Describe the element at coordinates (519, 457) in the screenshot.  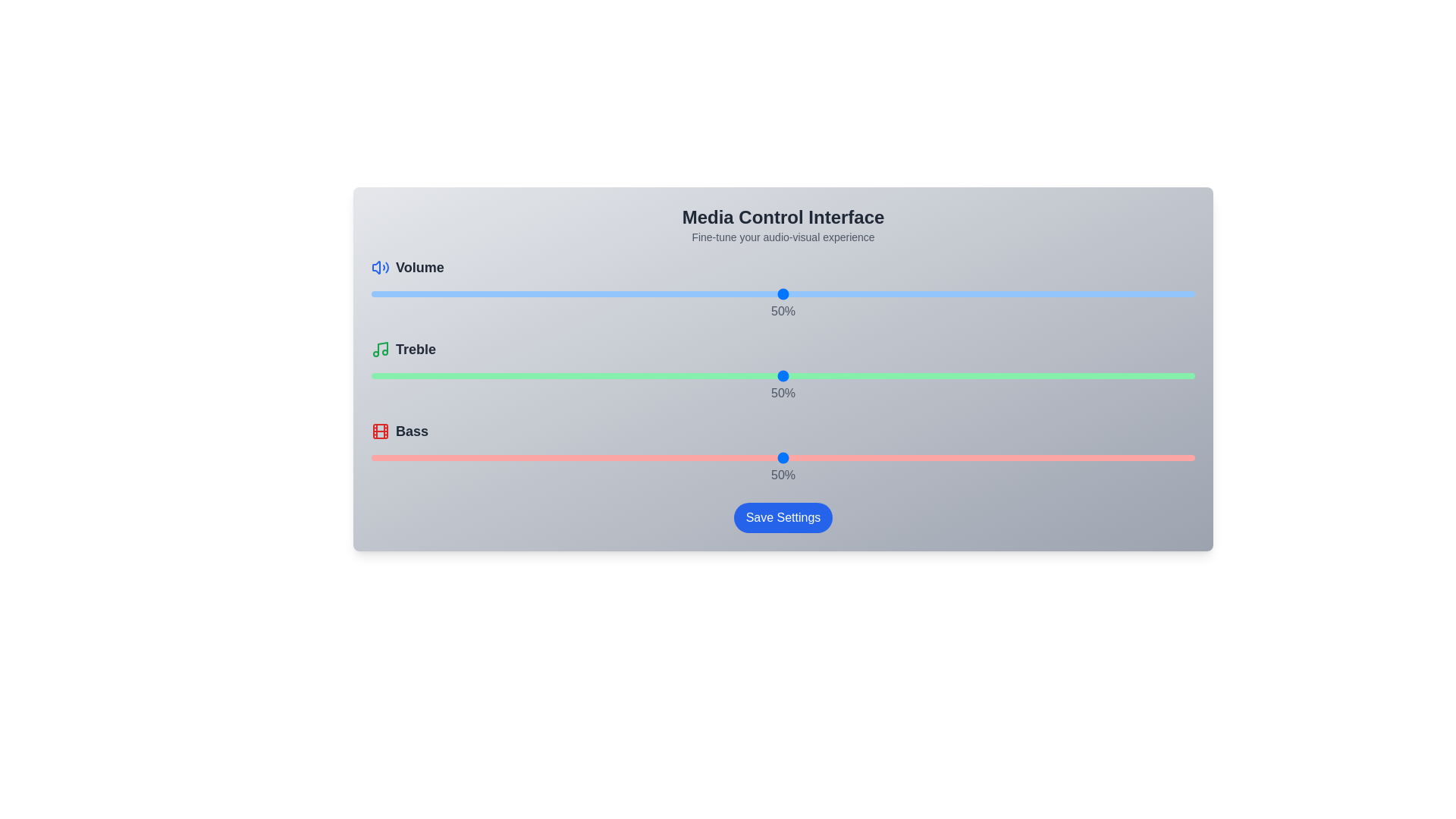
I see `the bass level` at that location.